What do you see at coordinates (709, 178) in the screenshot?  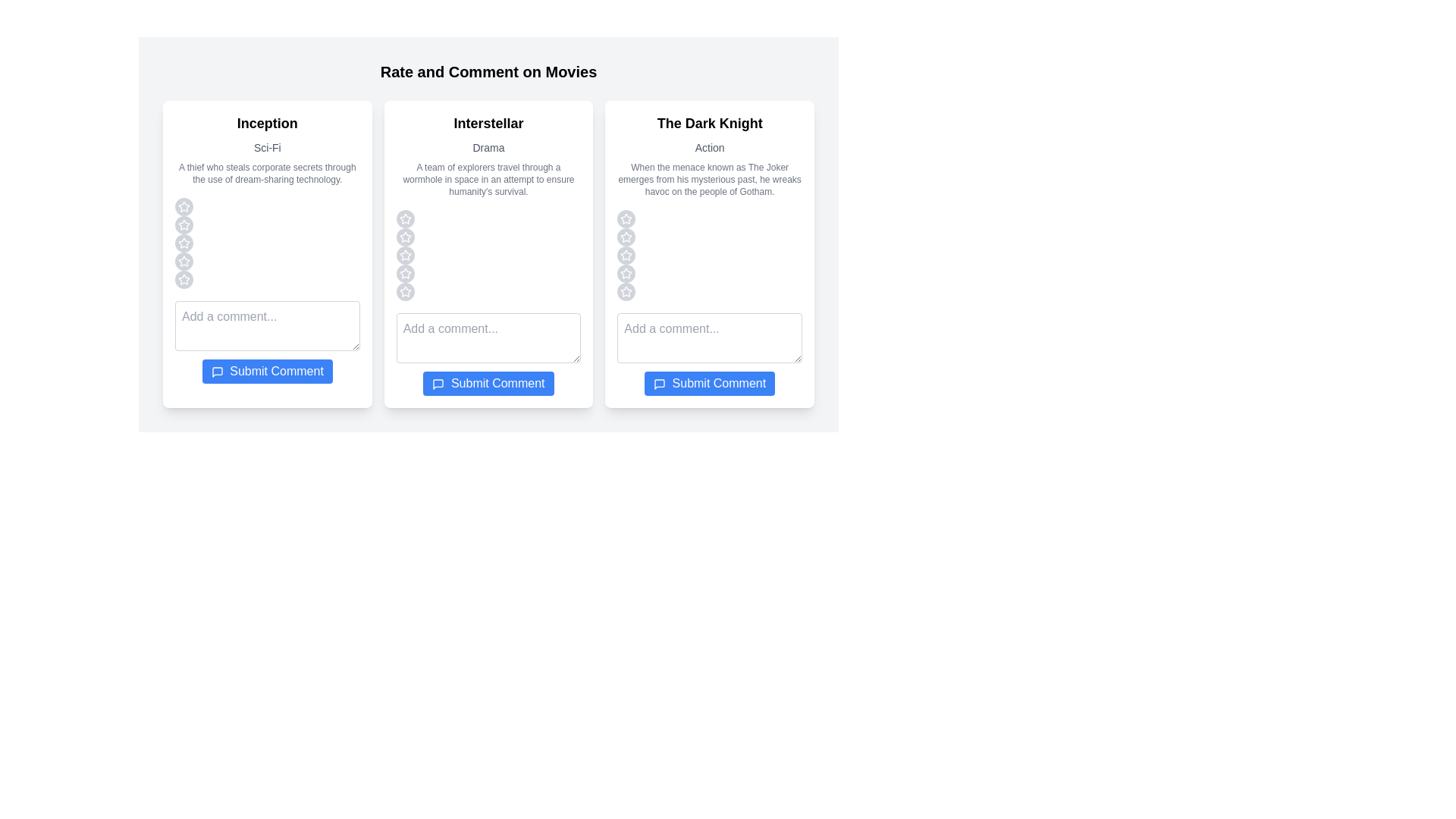 I see `the synopsis and genre of the movie The Dark Knight` at bounding box center [709, 178].